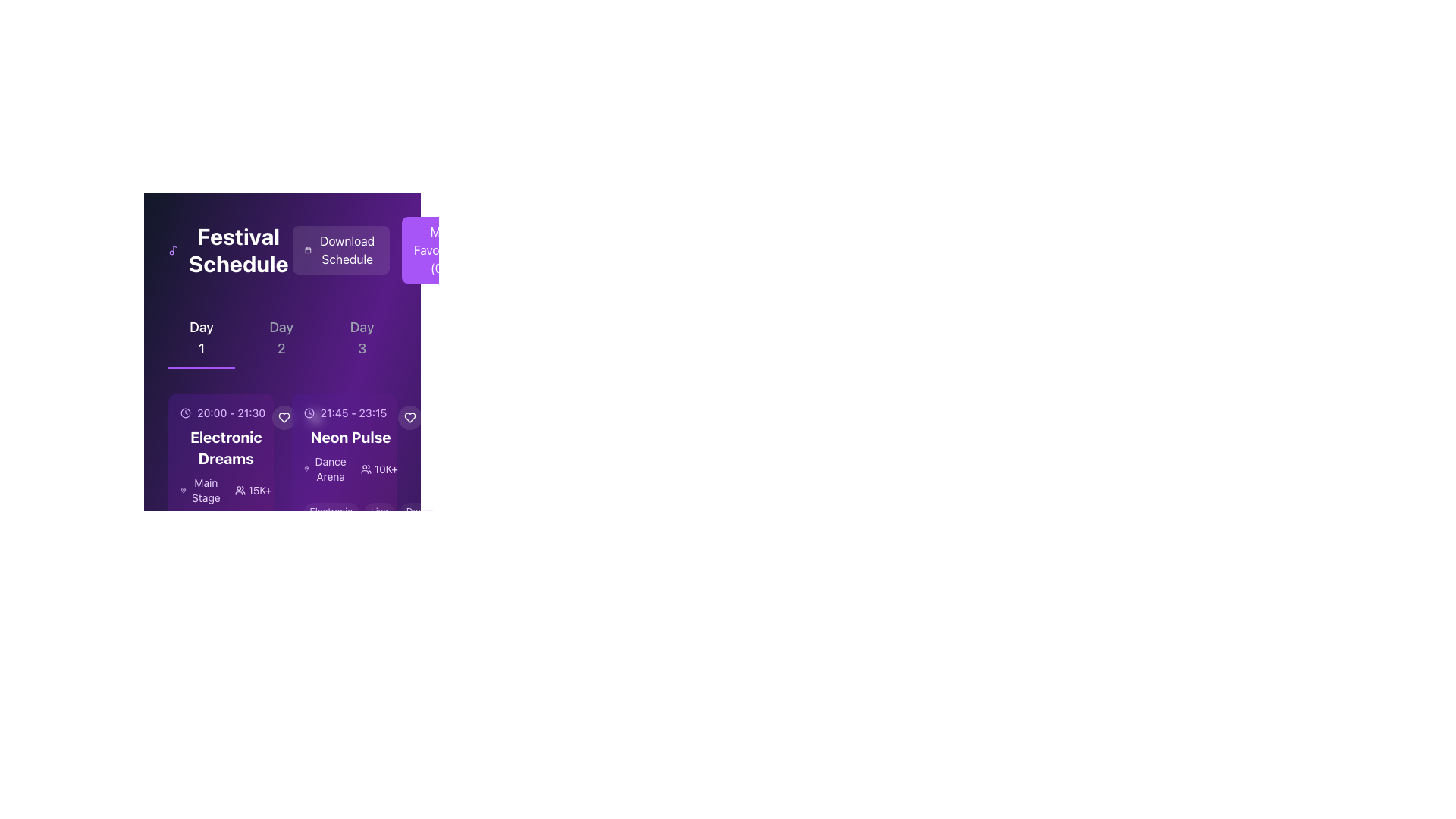 The image size is (1456, 819). I want to click on the clock icon, which is outlined in a circular shape and located to the left of the time range '21:45 - 23:15' below the event name 'Neon Pulse', so click(308, 413).